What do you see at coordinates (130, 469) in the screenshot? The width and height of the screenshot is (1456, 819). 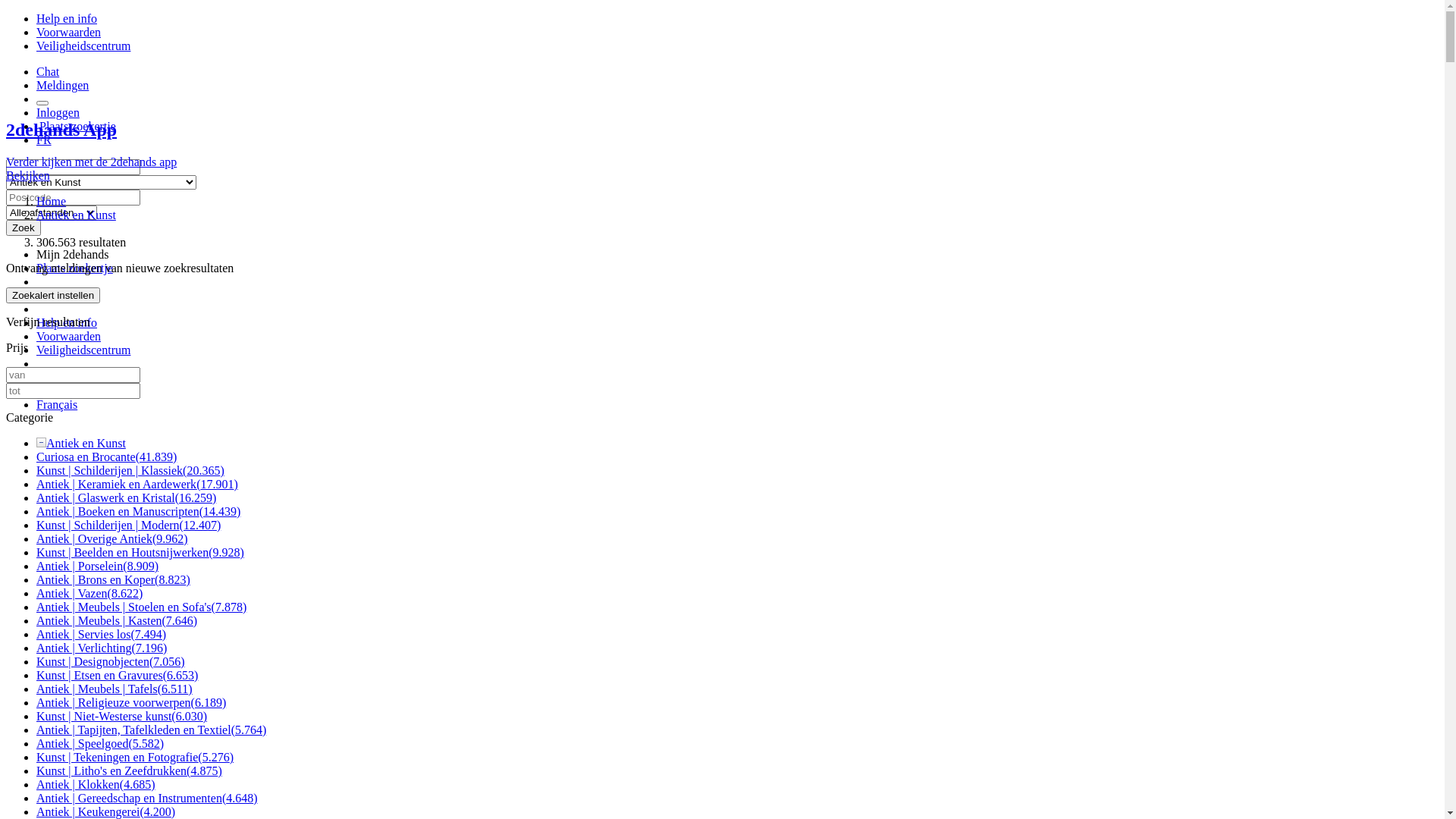 I see `'Kunst | Schilderijen | Klassiek(20.365)'` at bounding box center [130, 469].